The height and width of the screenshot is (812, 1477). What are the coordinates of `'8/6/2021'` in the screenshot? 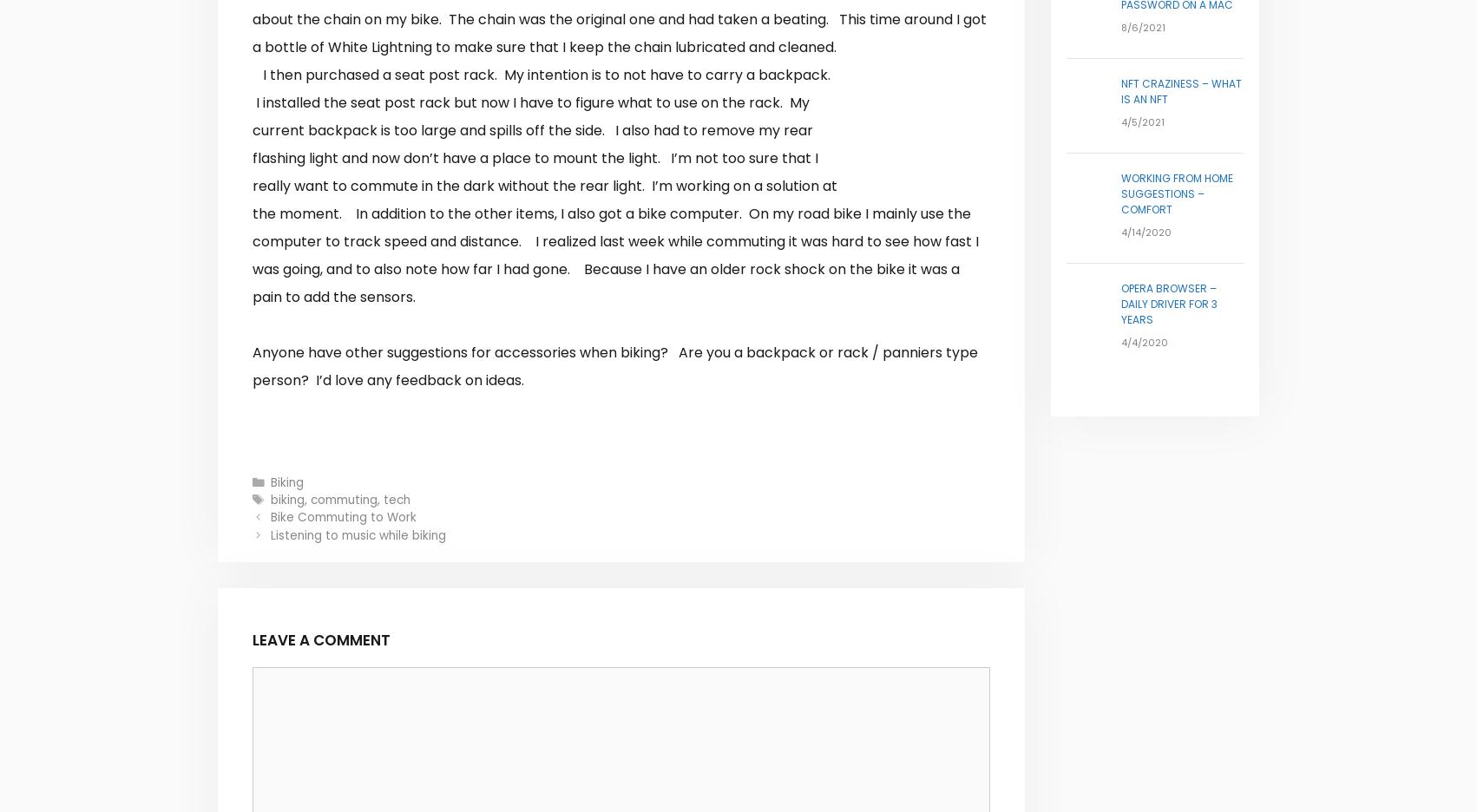 It's located at (1119, 25).